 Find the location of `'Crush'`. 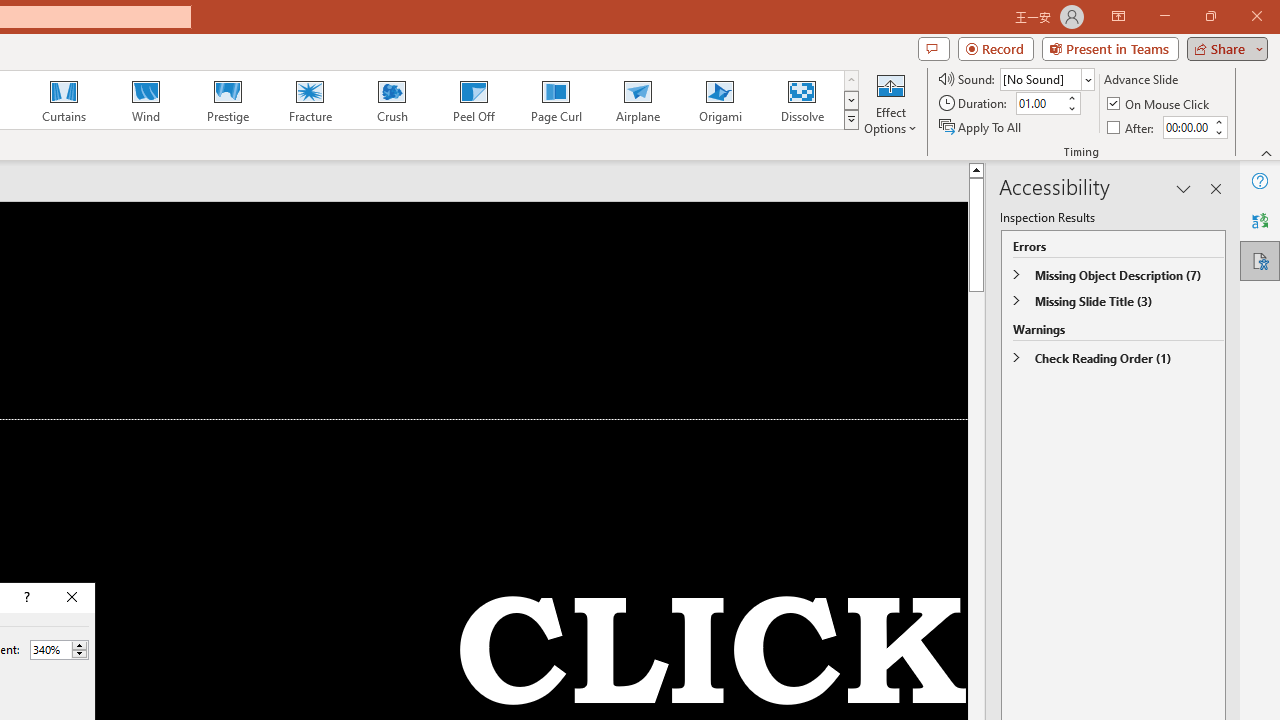

'Crush' is located at coordinates (391, 100).